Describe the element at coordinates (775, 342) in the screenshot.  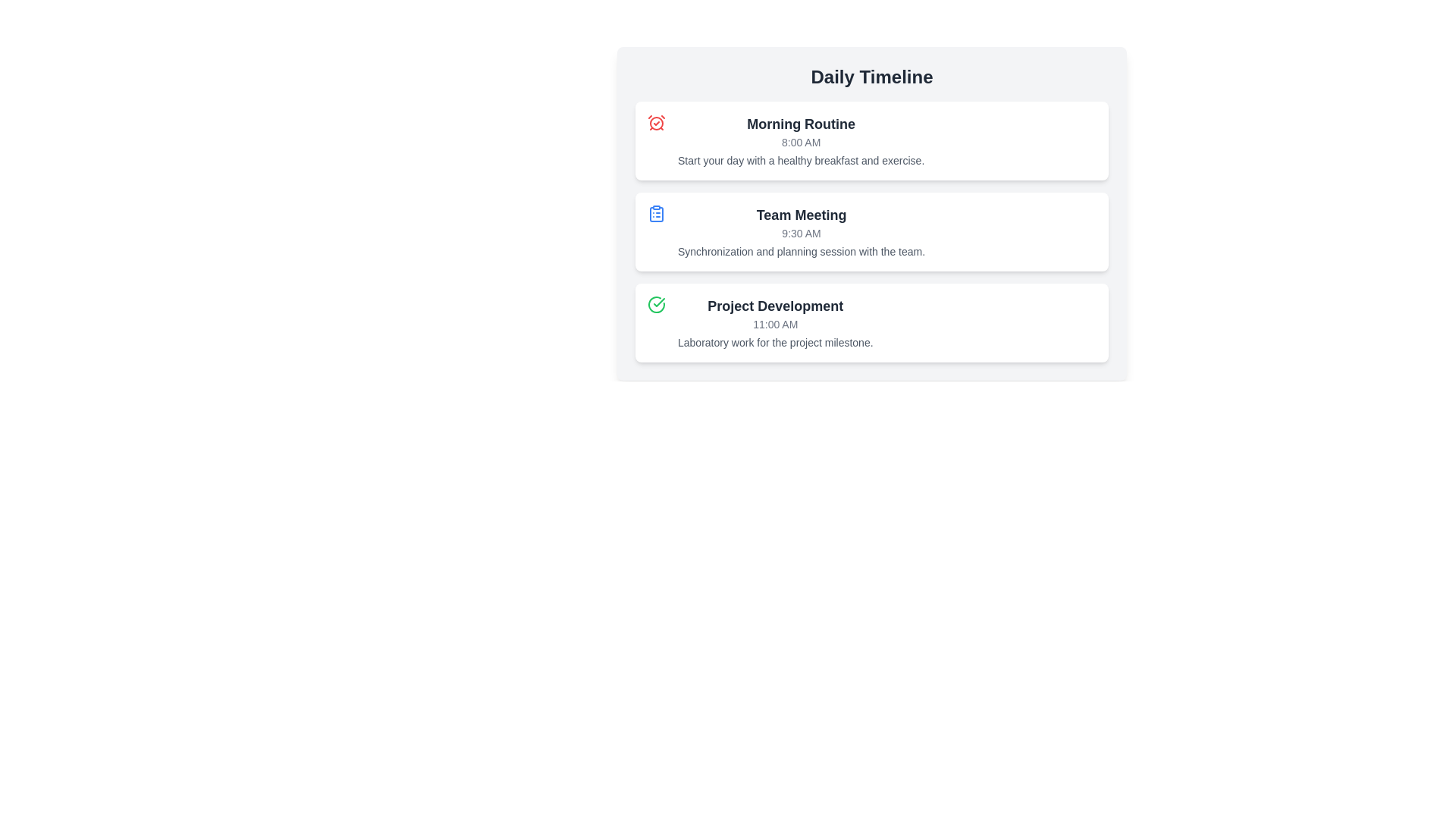
I see `text content of the Text Label providing additional context for the 'Project Development' event, located below the title and time in the rightmost card of the timeline layout` at that location.